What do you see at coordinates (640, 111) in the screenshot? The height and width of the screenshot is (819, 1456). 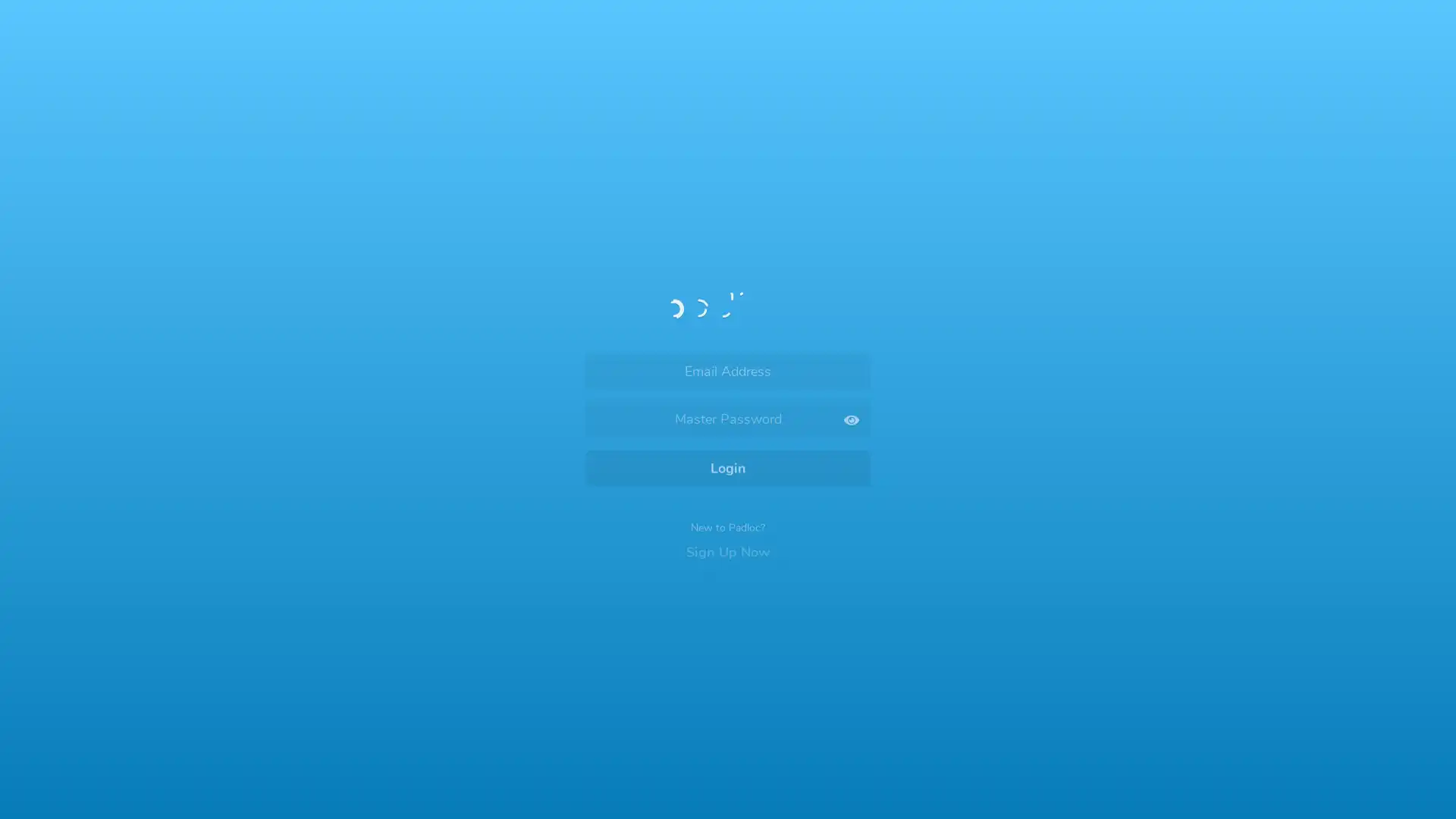 I see `Back To Login` at bounding box center [640, 111].